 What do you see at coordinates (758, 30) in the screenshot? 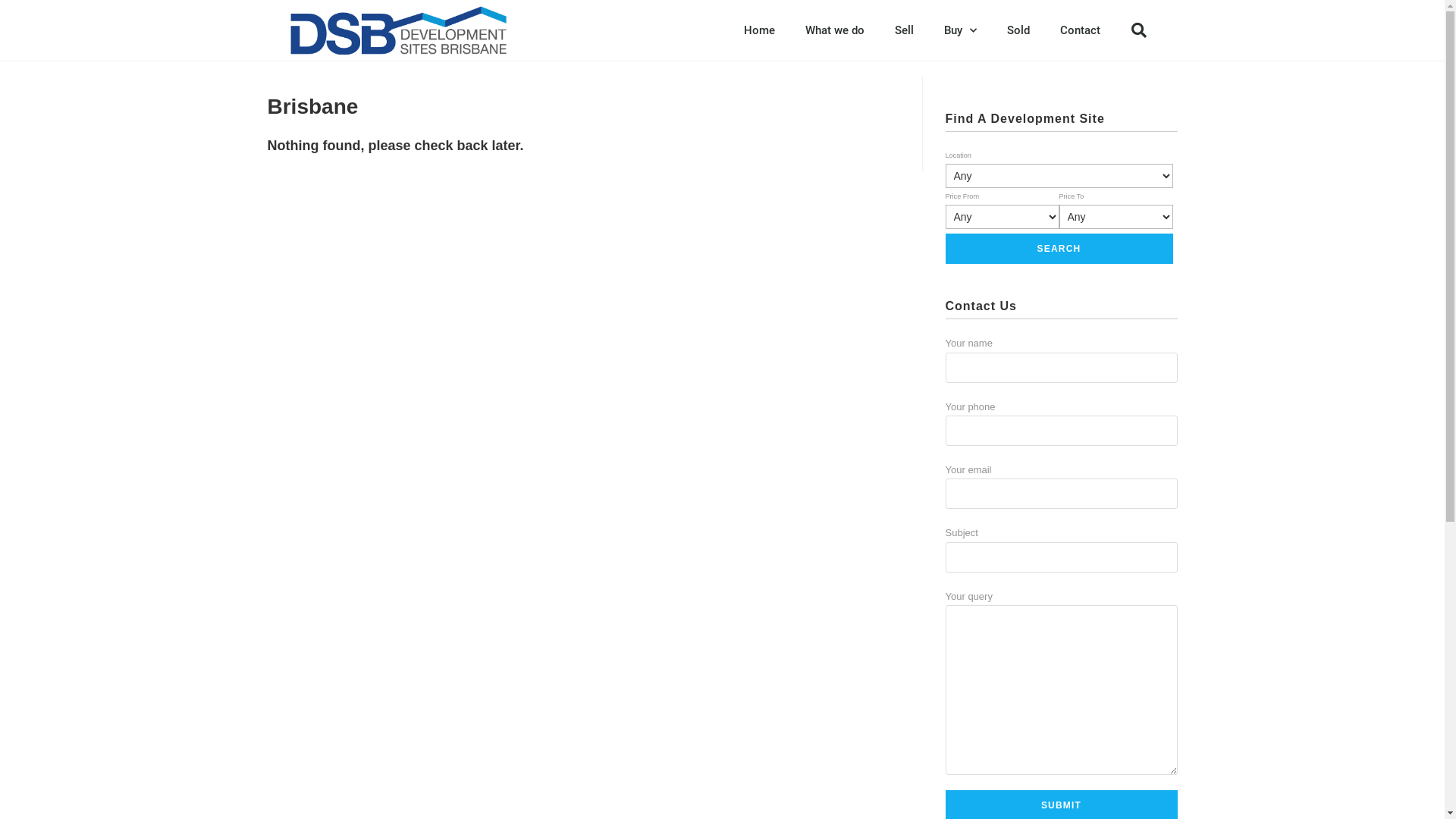
I see `'Home'` at bounding box center [758, 30].